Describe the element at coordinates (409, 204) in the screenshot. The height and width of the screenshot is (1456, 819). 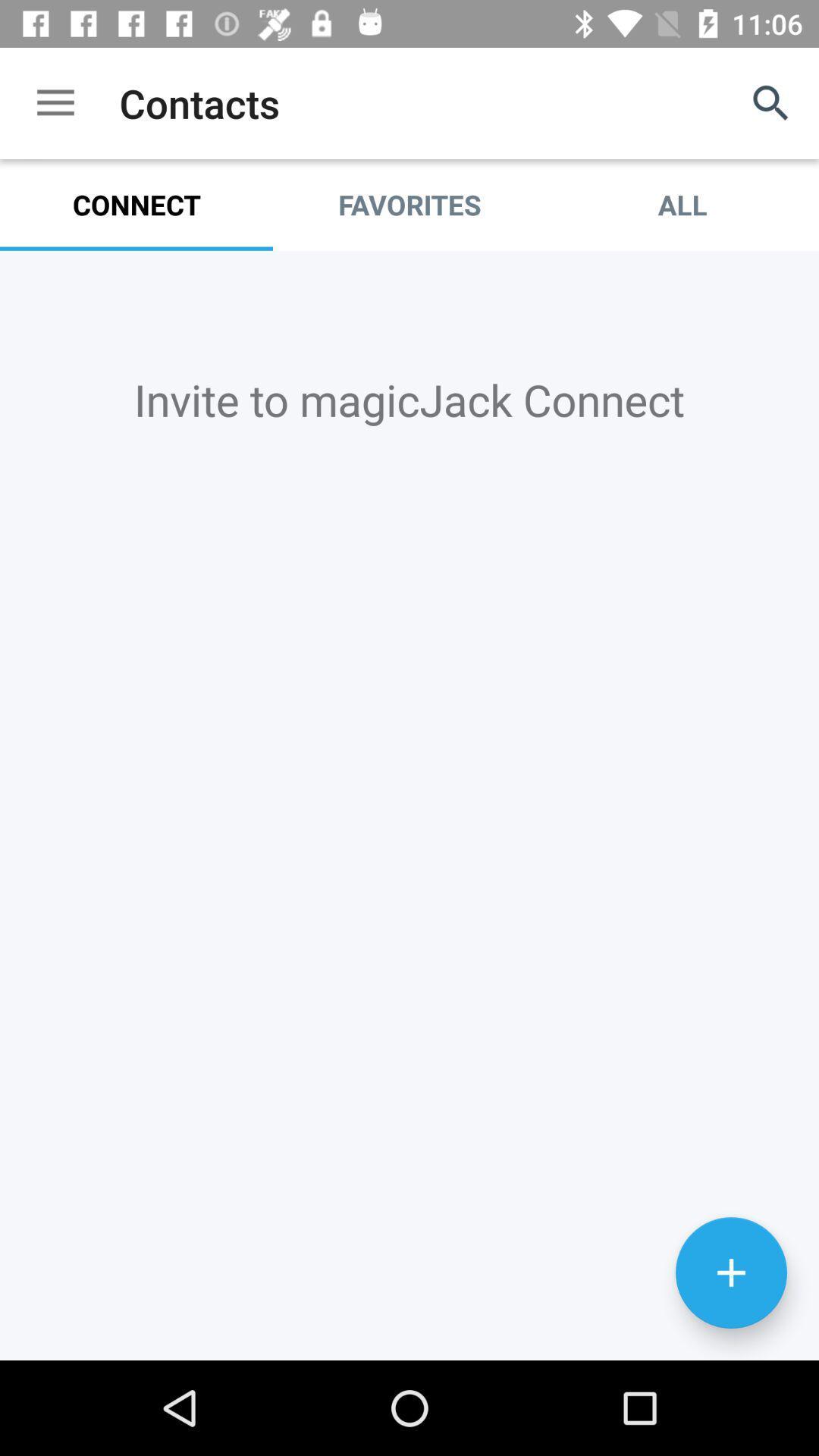
I see `icon to the left of the all item` at that location.